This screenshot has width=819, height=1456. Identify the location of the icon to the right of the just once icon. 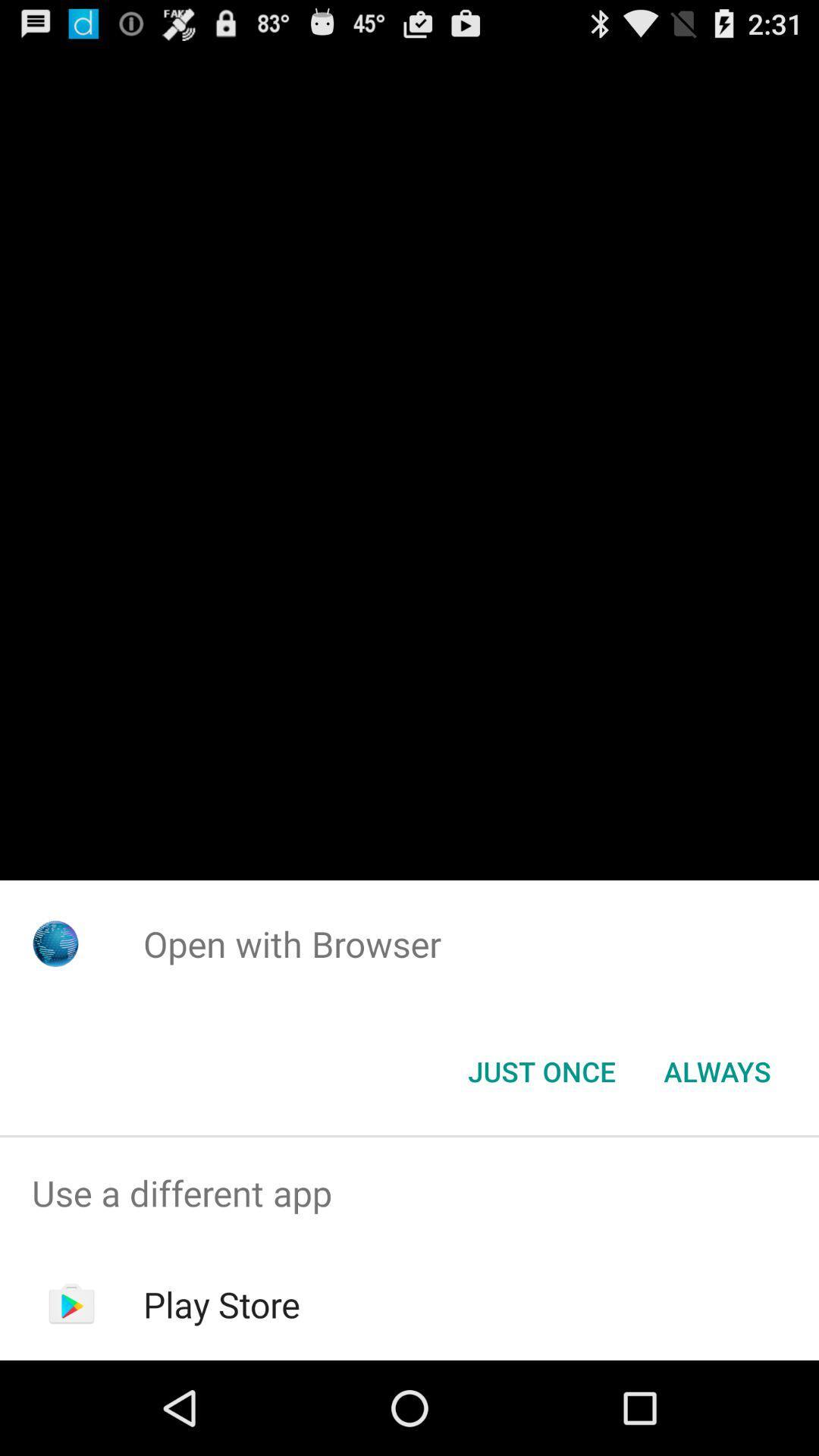
(717, 1070).